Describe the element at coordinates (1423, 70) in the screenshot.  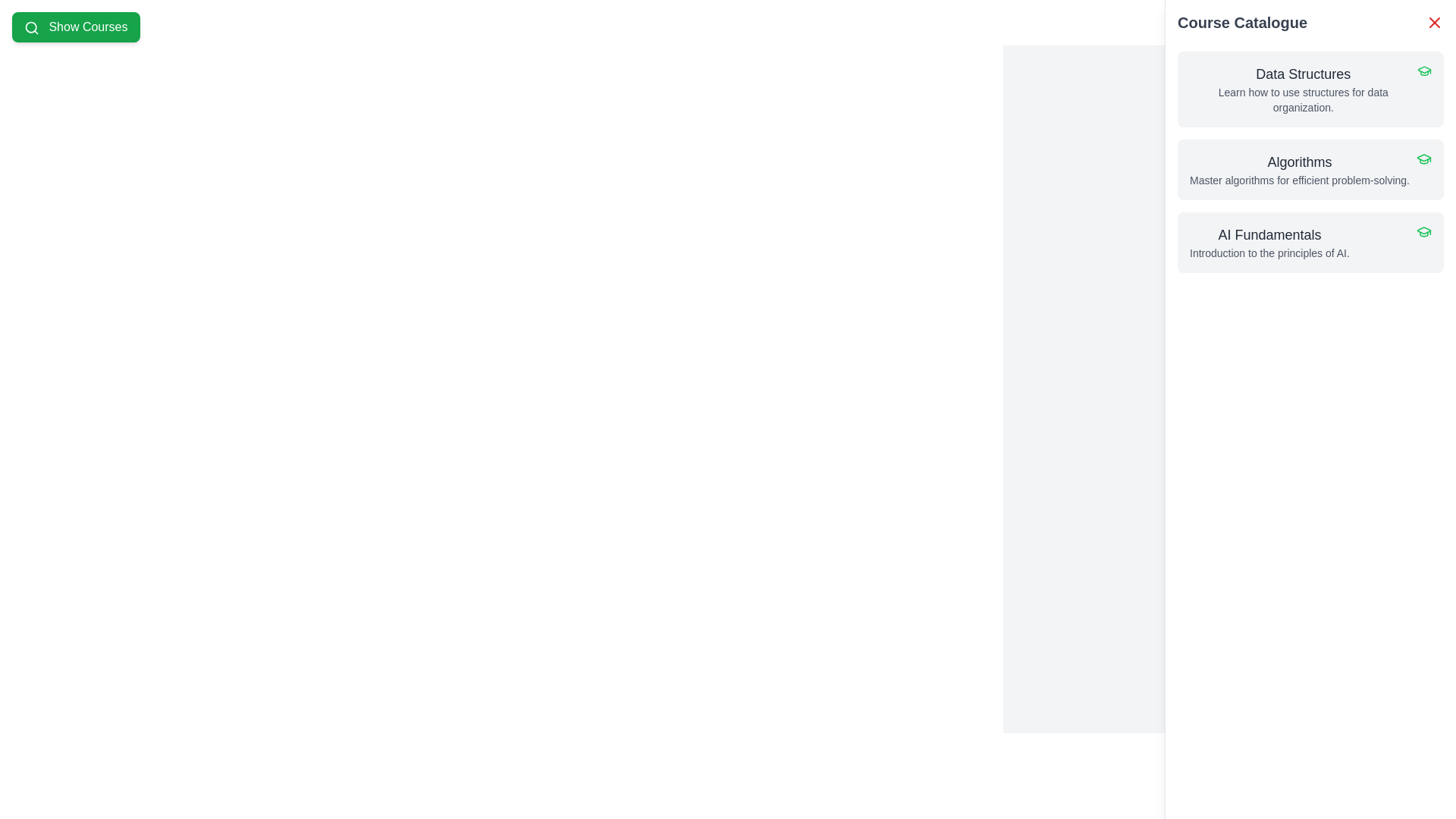
I see `the Decorative SVG component representing the graduation cap icon next to the 'Algorithms' course title` at that location.